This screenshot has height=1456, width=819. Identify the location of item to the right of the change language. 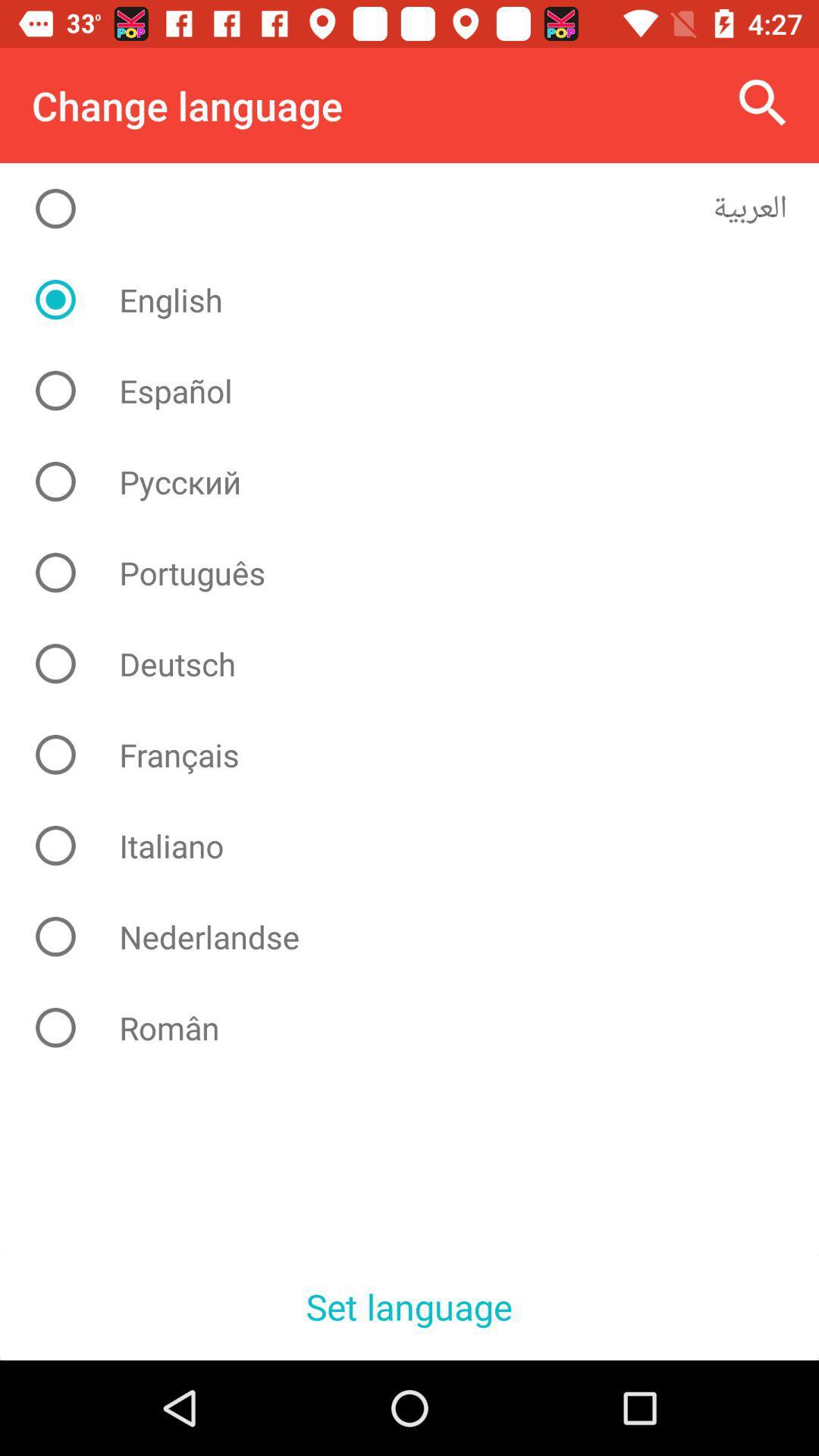
(763, 102).